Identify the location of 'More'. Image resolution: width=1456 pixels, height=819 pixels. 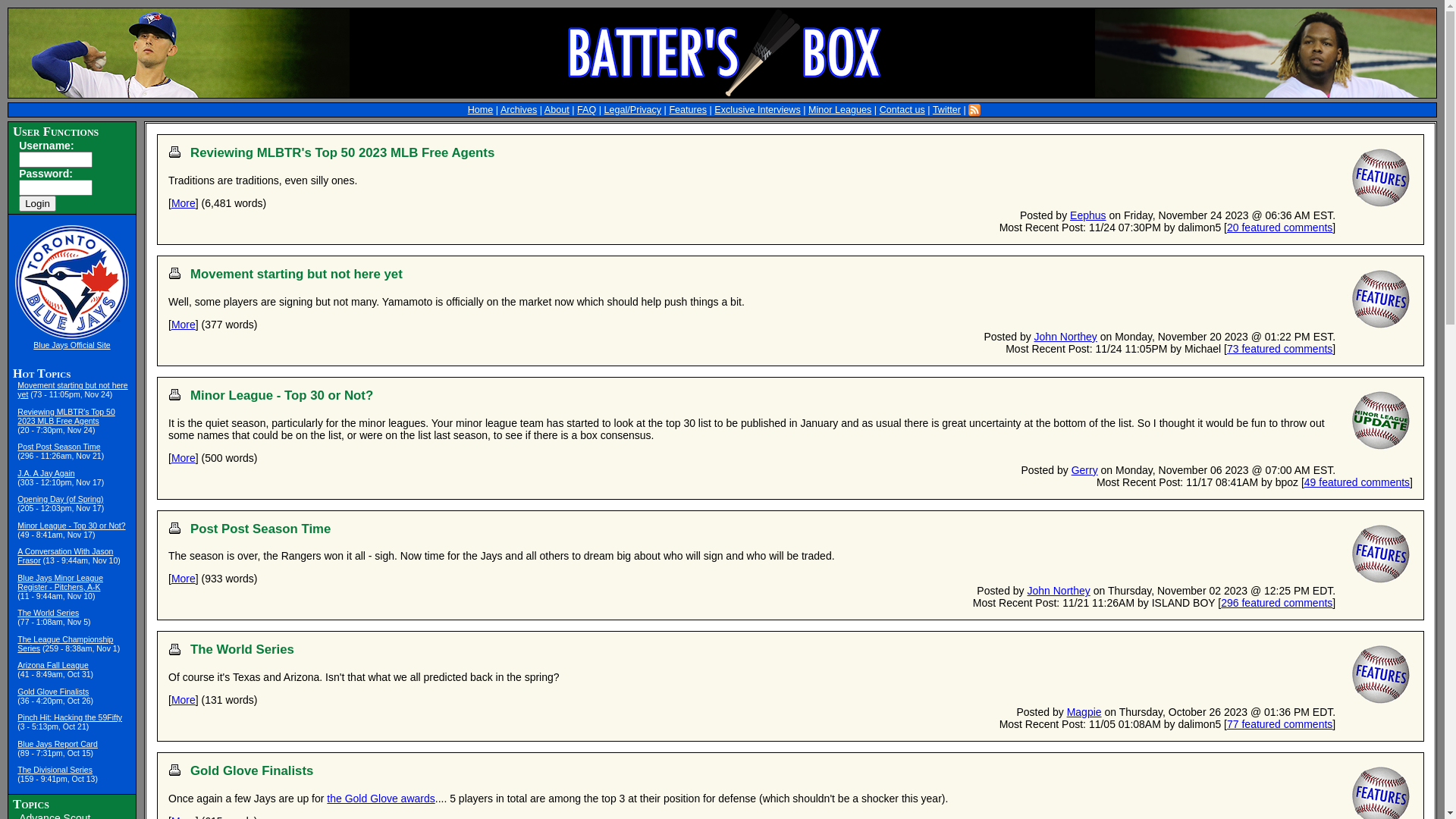
(171, 202).